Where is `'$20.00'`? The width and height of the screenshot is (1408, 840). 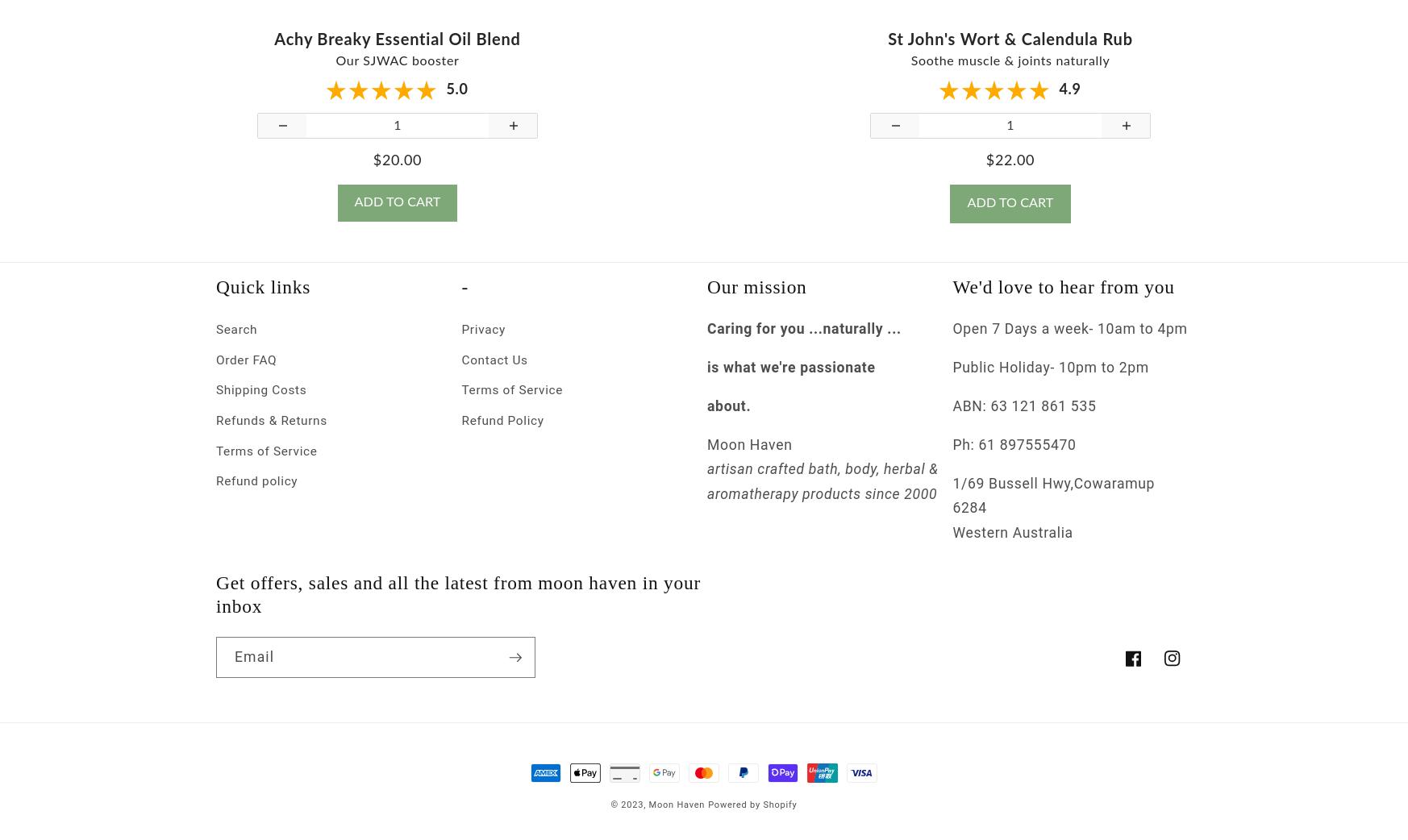 '$20.00' is located at coordinates (397, 172).